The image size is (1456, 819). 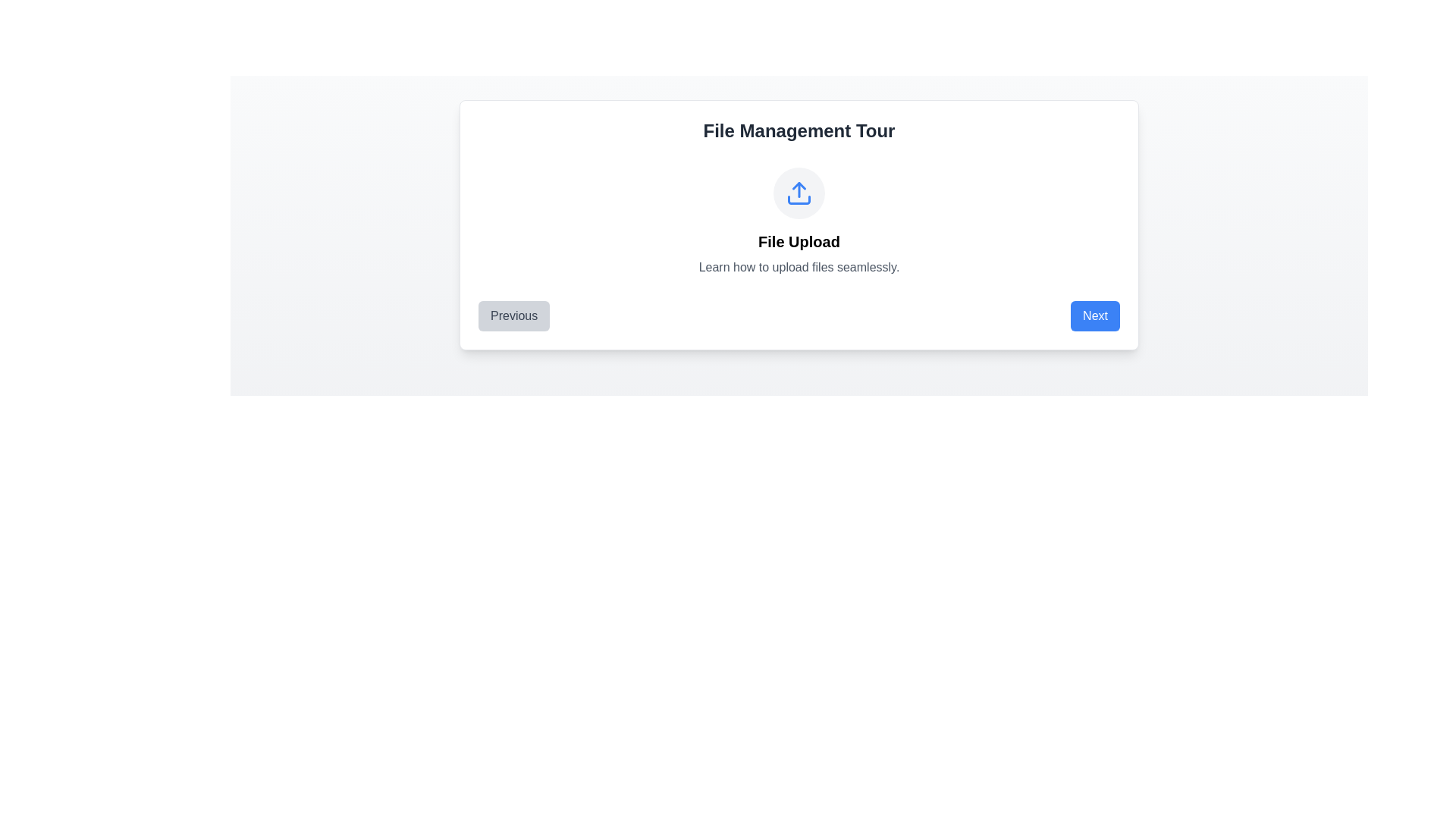 What do you see at coordinates (799, 267) in the screenshot?
I see `the descriptive subtitle text label for the 'File Upload' section, located below the 'File Upload' title and centered horizontally` at bounding box center [799, 267].